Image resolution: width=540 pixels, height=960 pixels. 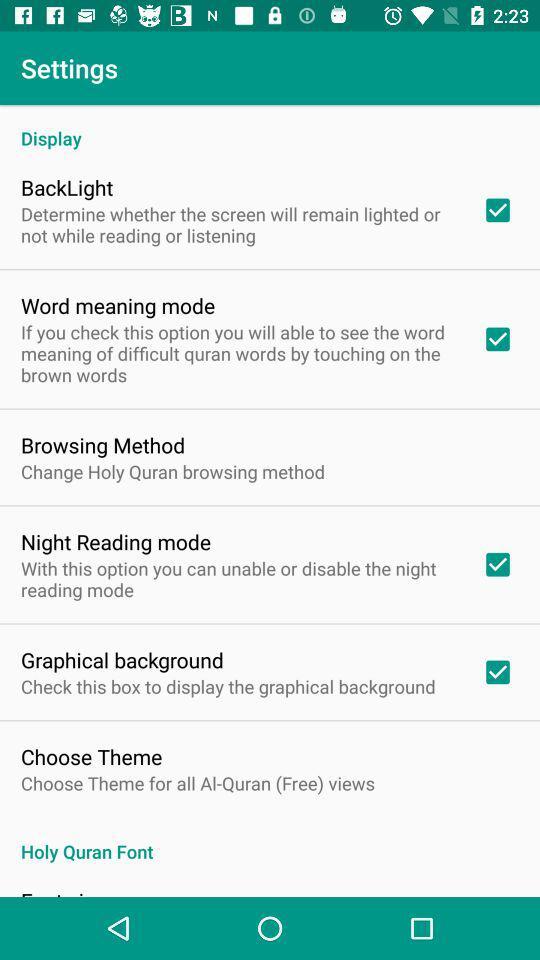 What do you see at coordinates (238, 353) in the screenshot?
I see `the icon above browsing method` at bounding box center [238, 353].